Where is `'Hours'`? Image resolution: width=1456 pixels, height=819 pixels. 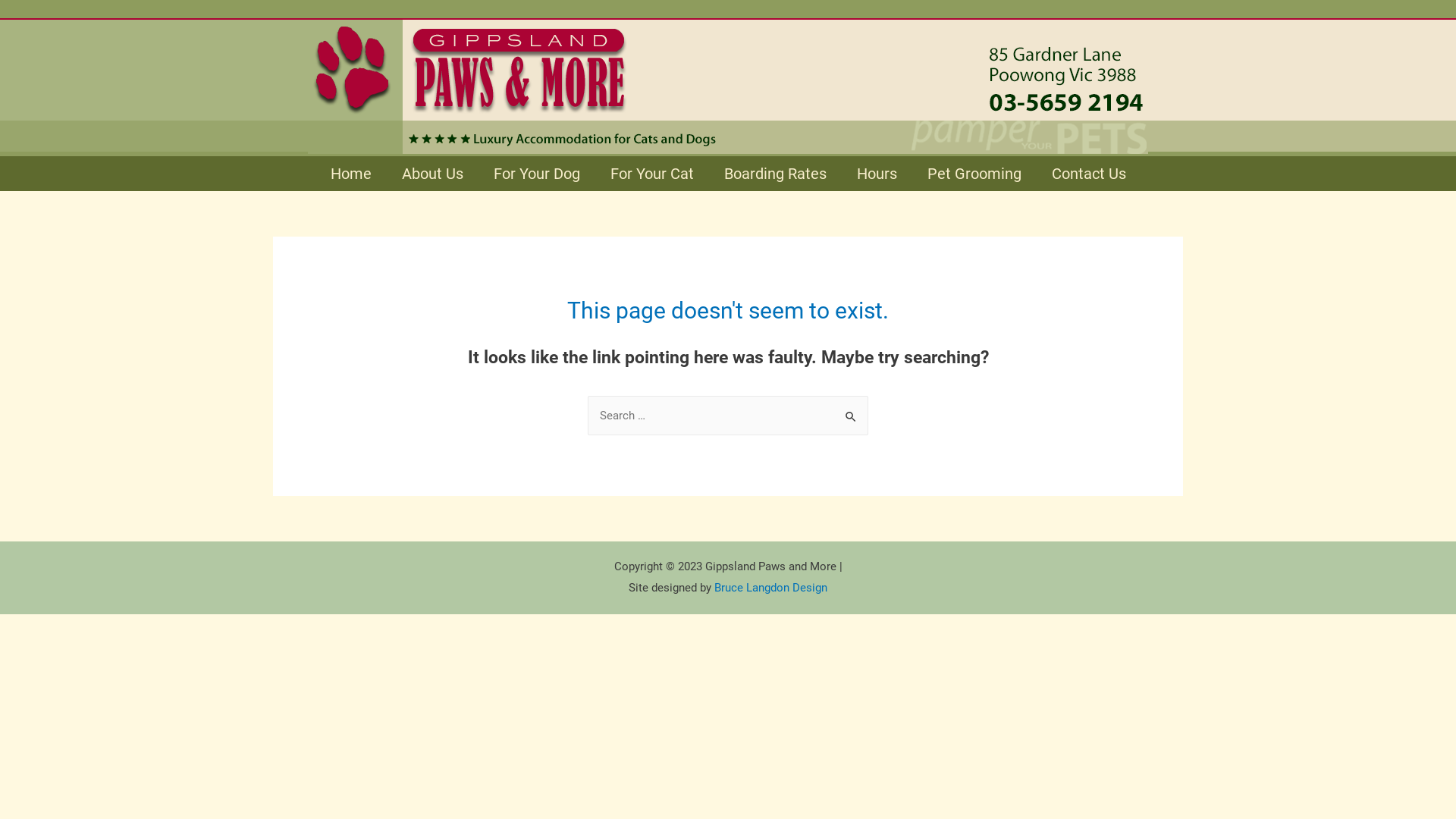
'Hours' is located at coordinates (877, 172).